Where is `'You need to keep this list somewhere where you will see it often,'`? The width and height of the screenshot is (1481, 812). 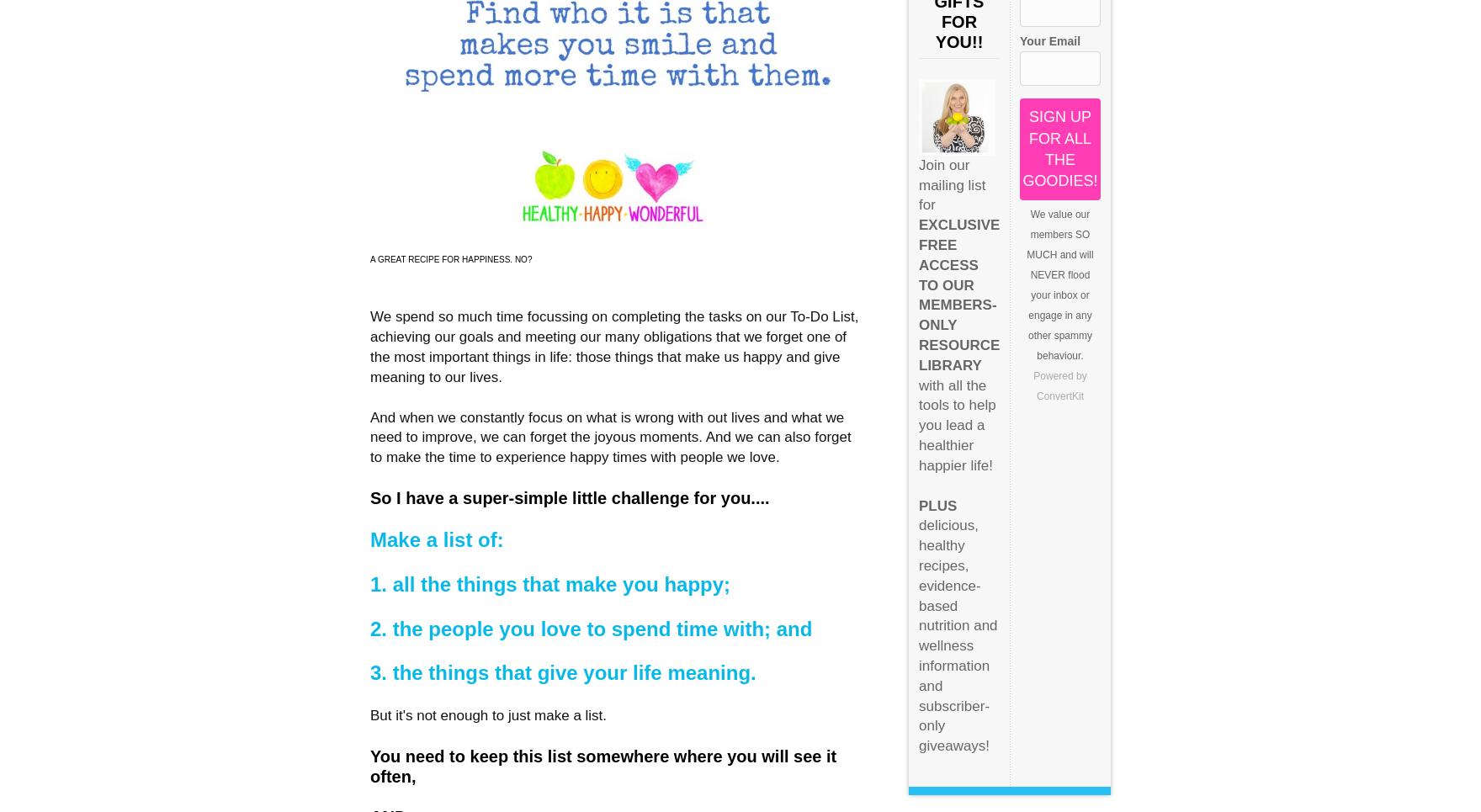
'You need to keep this list somewhere where you will see it often,' is located at coordinates (602, 764).